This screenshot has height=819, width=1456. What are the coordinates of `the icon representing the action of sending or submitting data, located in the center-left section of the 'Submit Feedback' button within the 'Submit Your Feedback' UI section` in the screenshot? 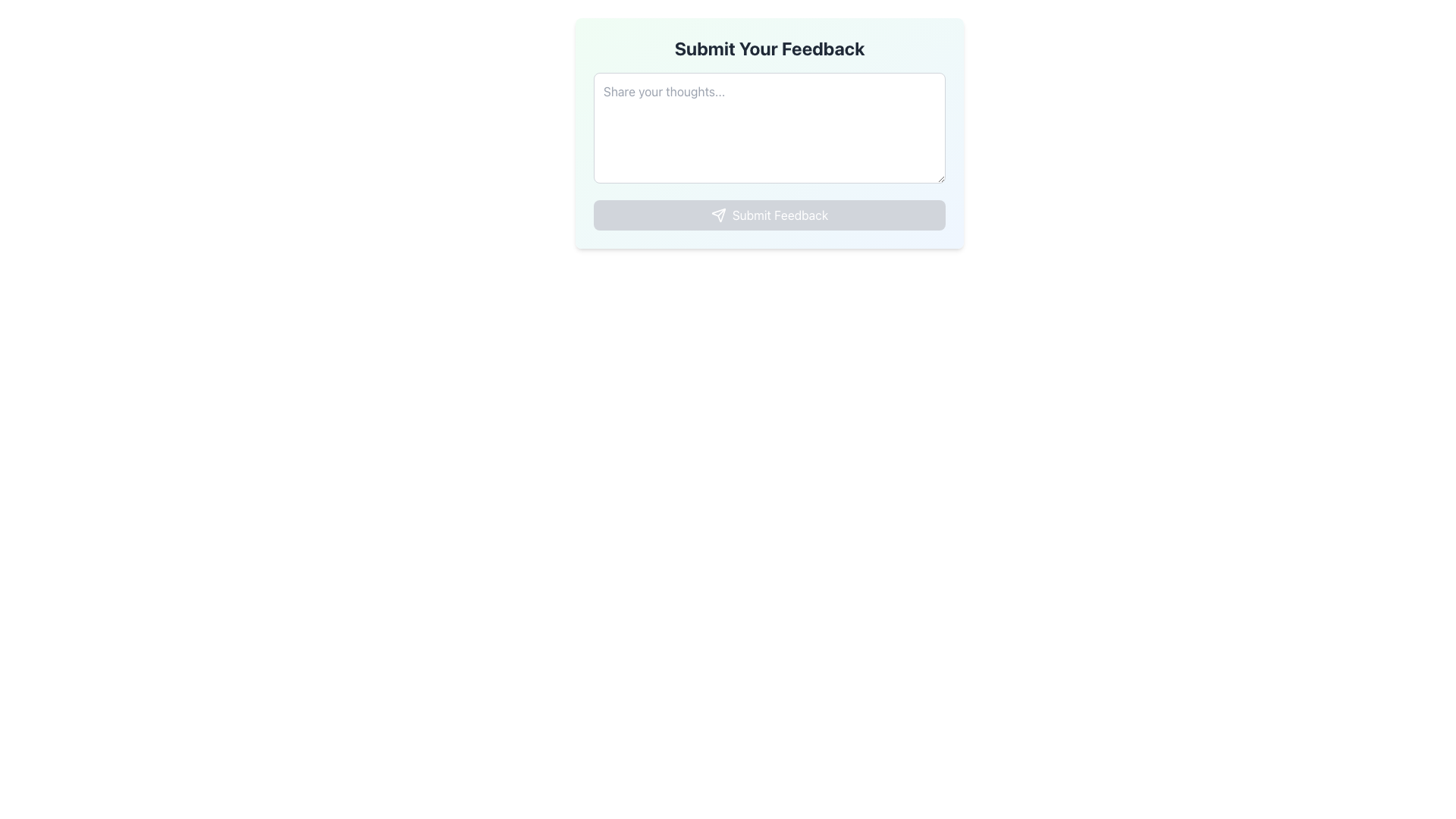 It's located at (717, 215).